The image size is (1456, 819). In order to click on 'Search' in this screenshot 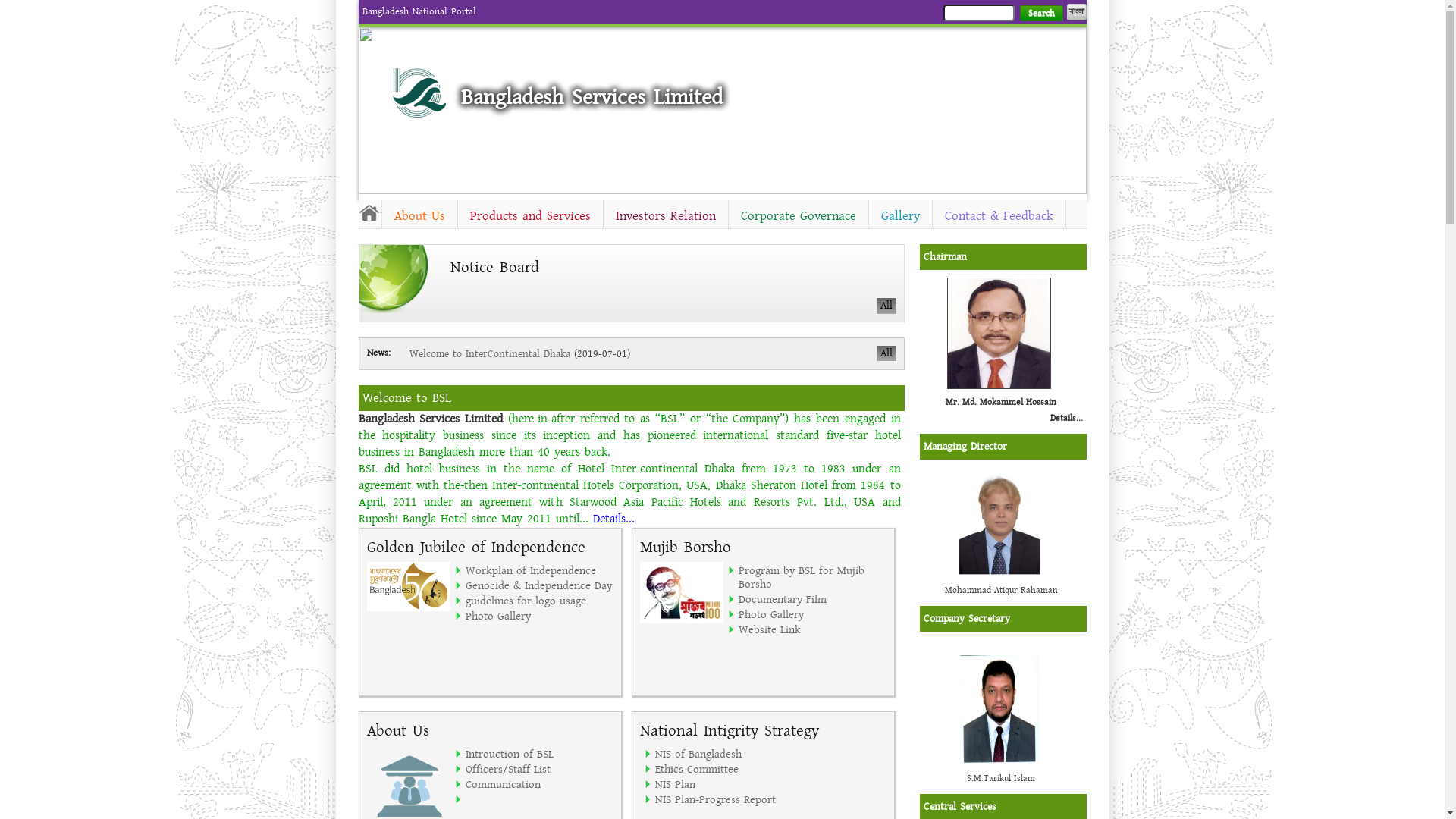, I will do `click(1040, 13)`.